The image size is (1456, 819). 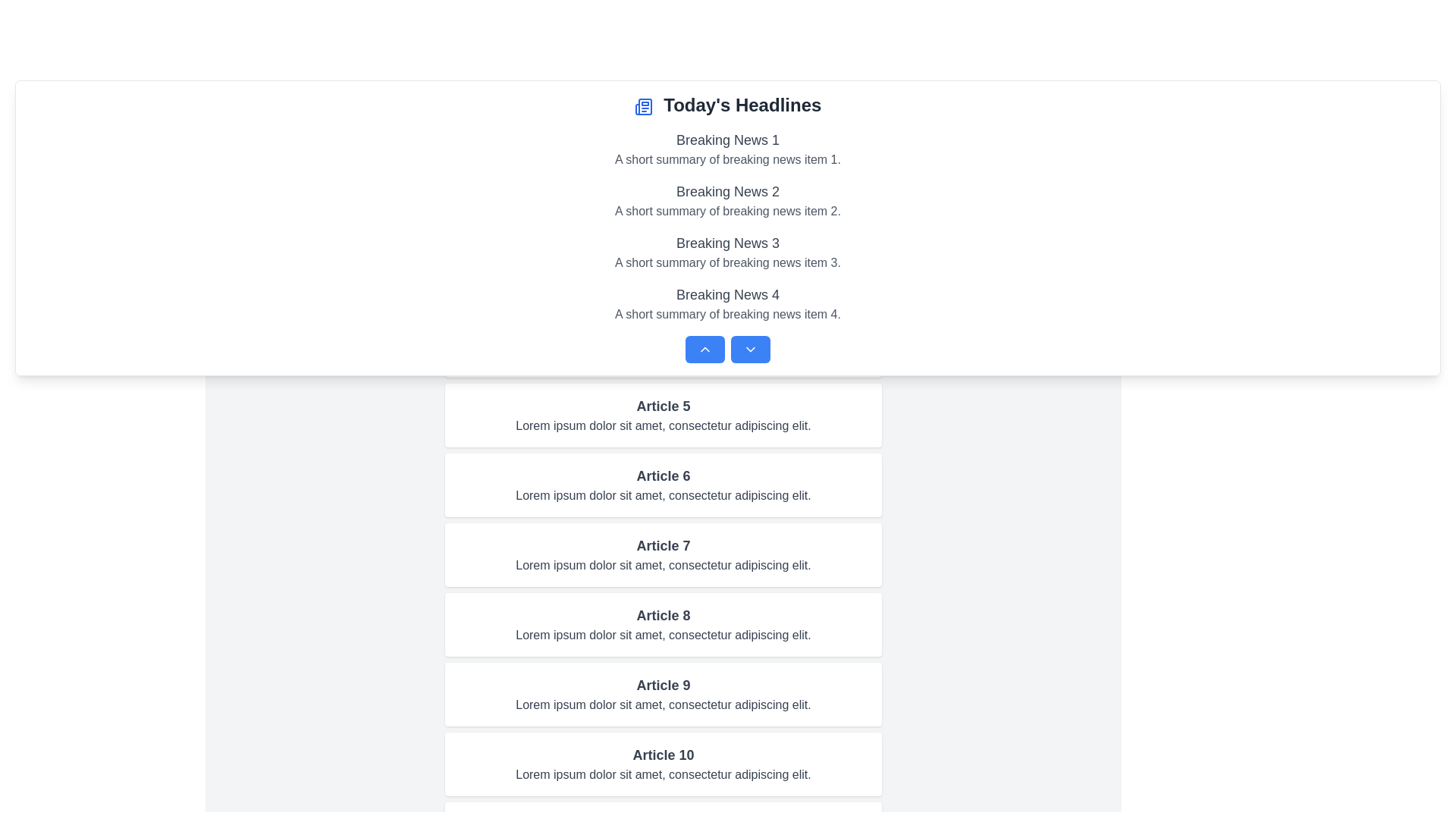 What do you see at coordinates (728, 295) in the screenshot?
I see `the 'Breaking News 4' text header` at bounding box center [728, 295].